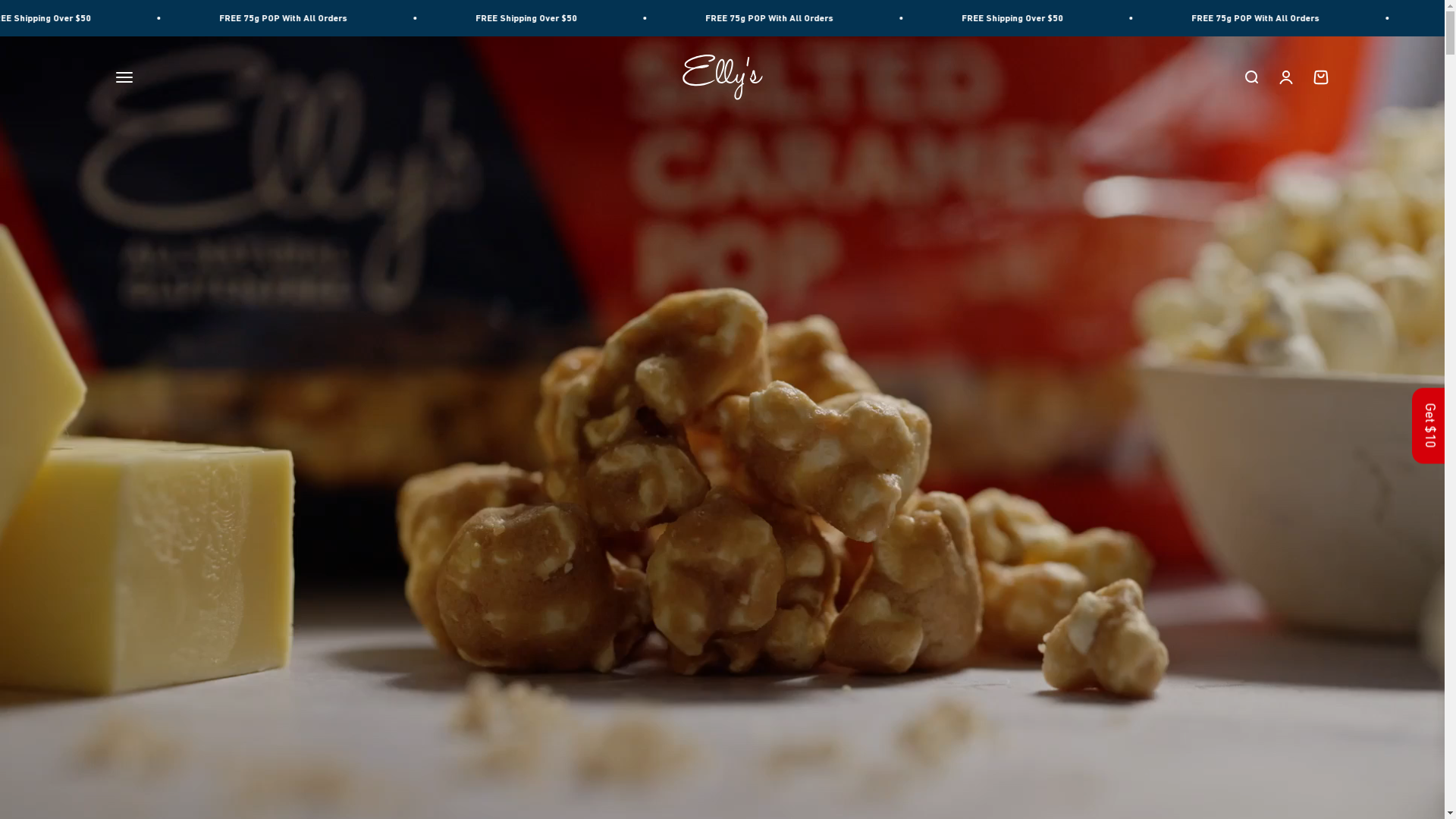 Image resolution: width=1456 pixels, height=819 pixels. What do you see at coordinates (1241, 77) in the screenshot?
I see `'Open search'` at bounding box center [1241, 77].